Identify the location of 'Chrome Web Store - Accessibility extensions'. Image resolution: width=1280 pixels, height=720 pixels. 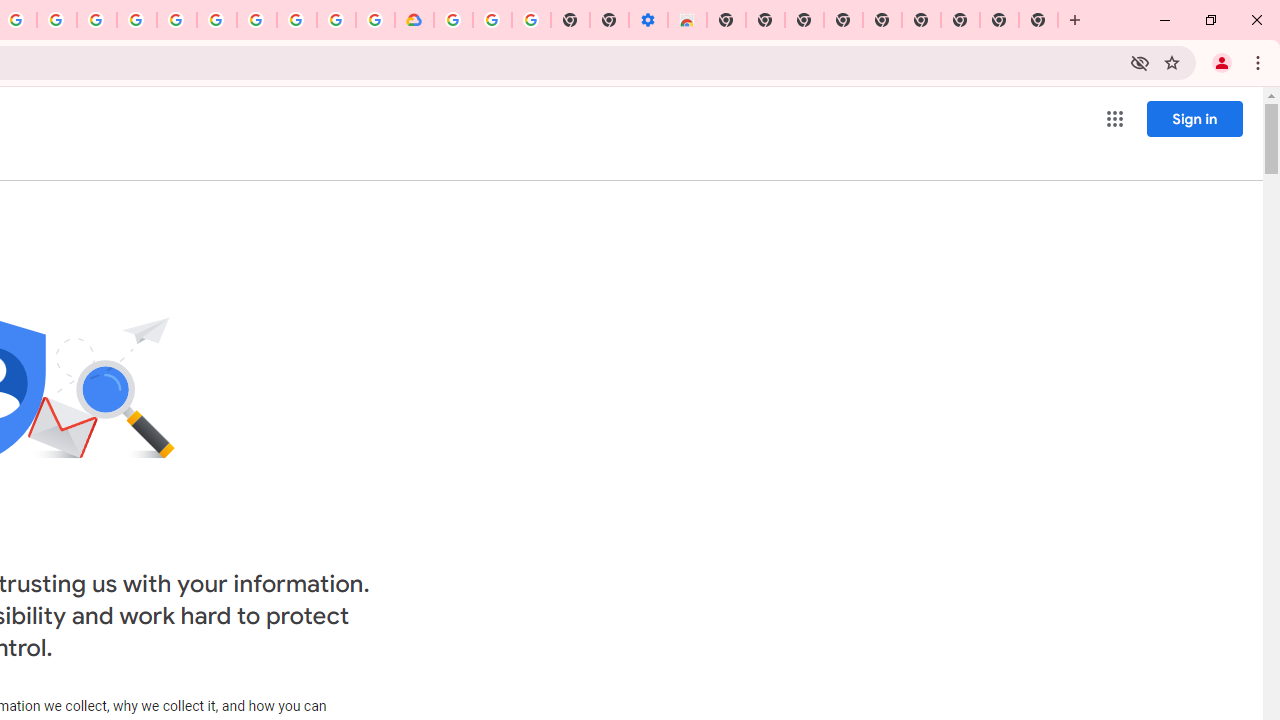
(687, 20).